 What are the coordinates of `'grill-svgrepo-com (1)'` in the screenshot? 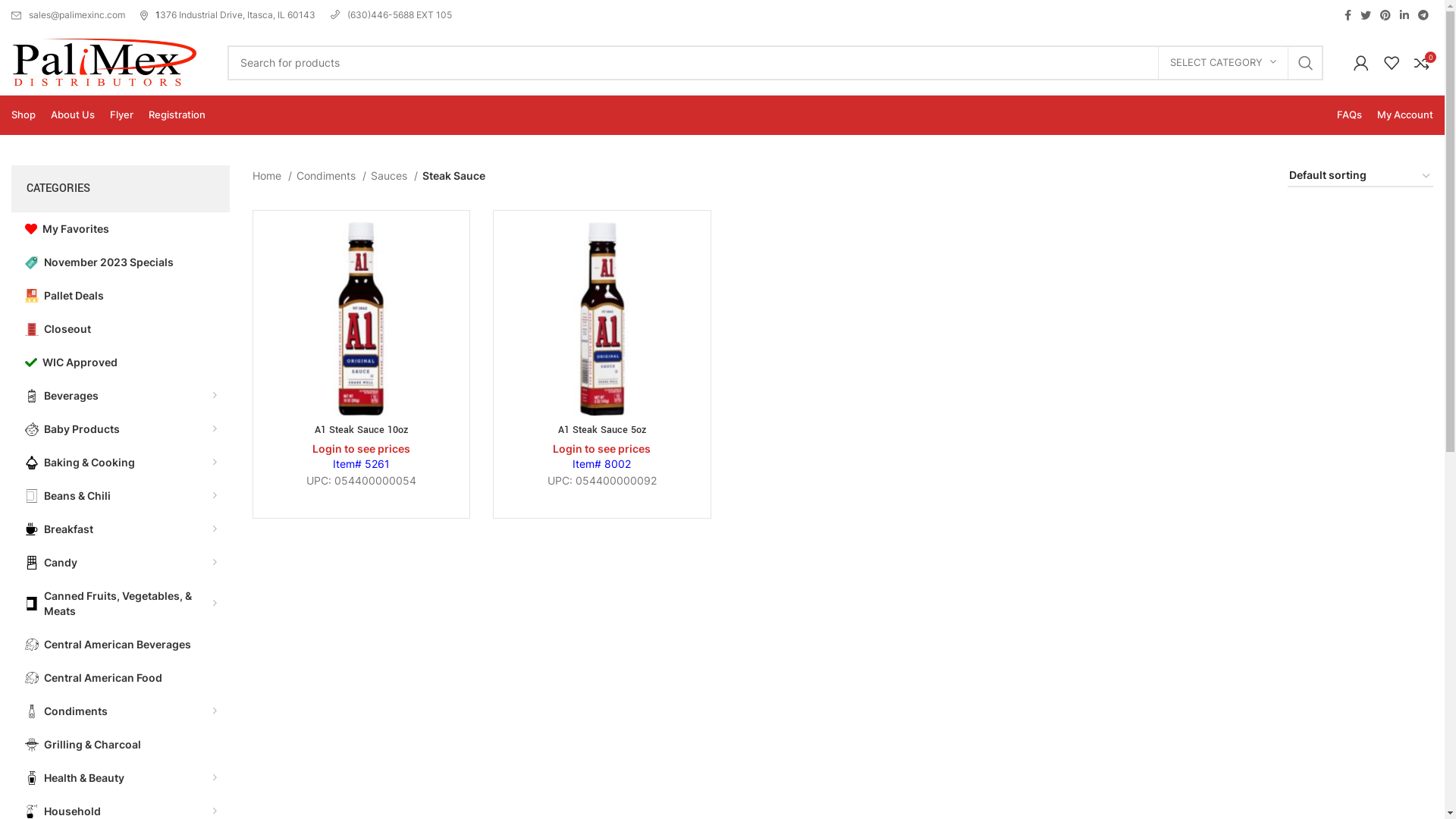 It's located at (32, 744).